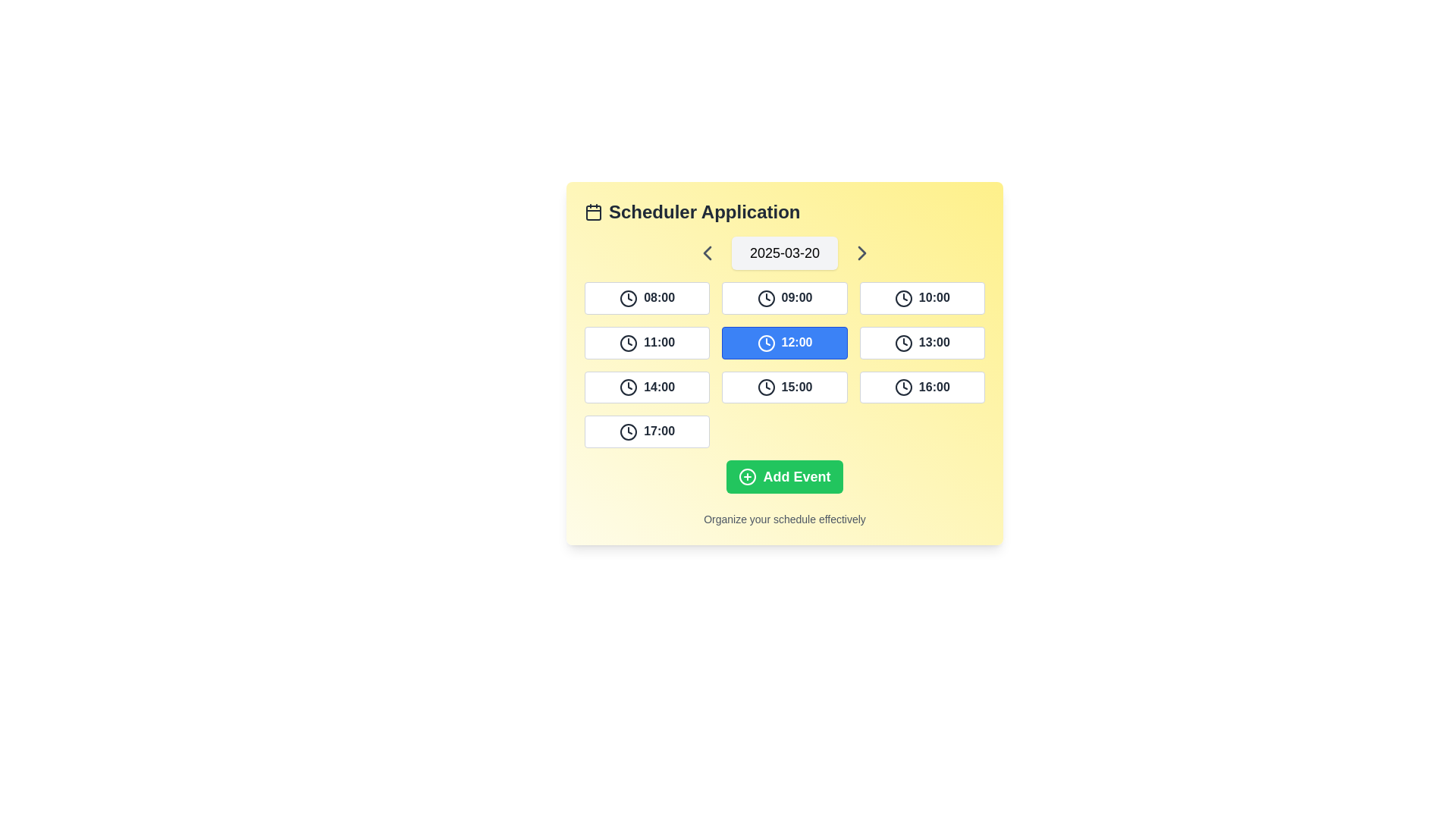 This screenshot has height=819, width=1456. Describe the element at coordinates (748, 476) in the screenshot. I see `the central icon of the green 'Add Event' button` at that location.